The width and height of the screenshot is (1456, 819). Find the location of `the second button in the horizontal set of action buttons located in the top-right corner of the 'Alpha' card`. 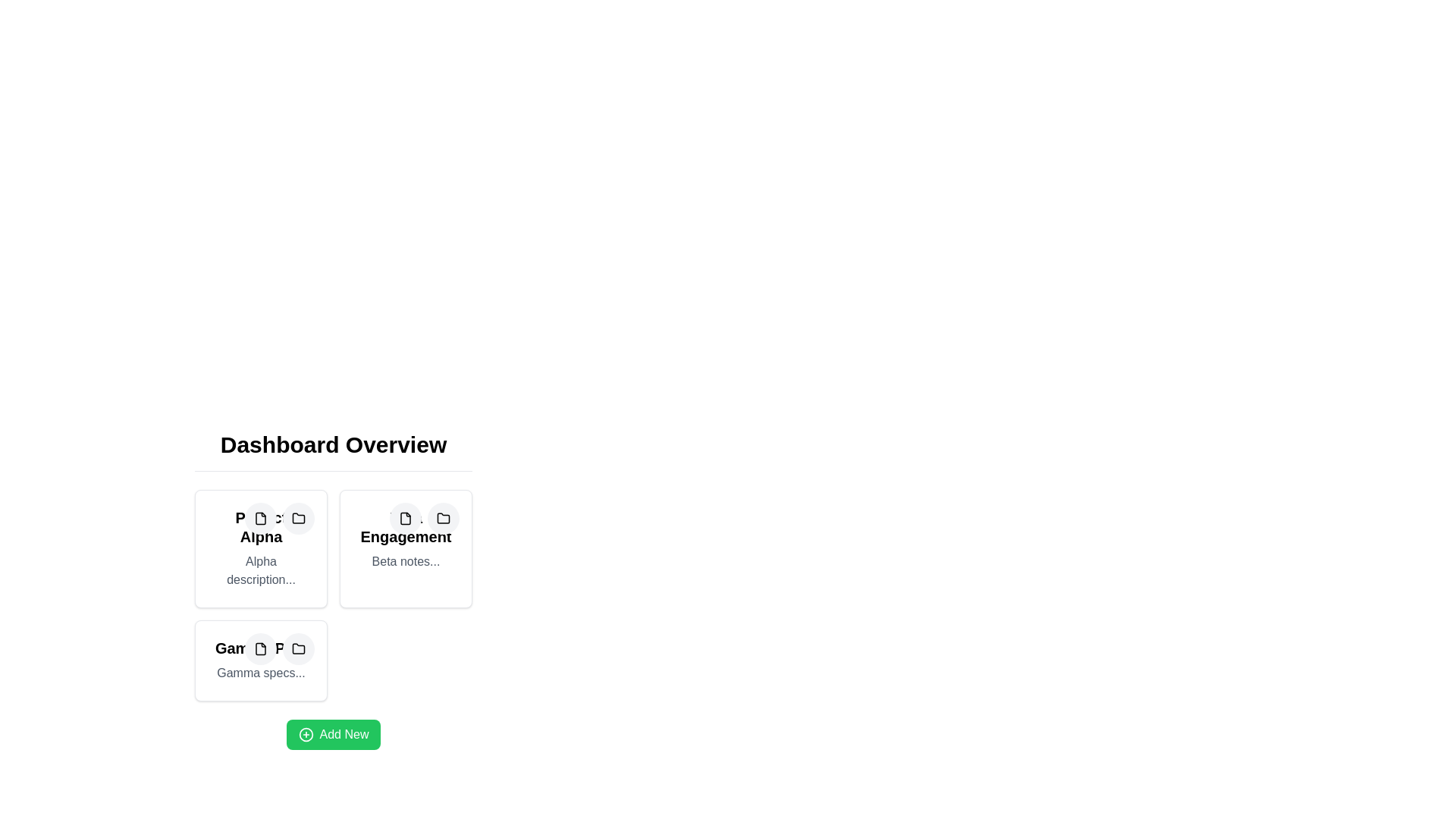

the second button in the horizontal set of action buttons located in the top-right corner of the 'Alpha' card is located at coordinates (298, 517).